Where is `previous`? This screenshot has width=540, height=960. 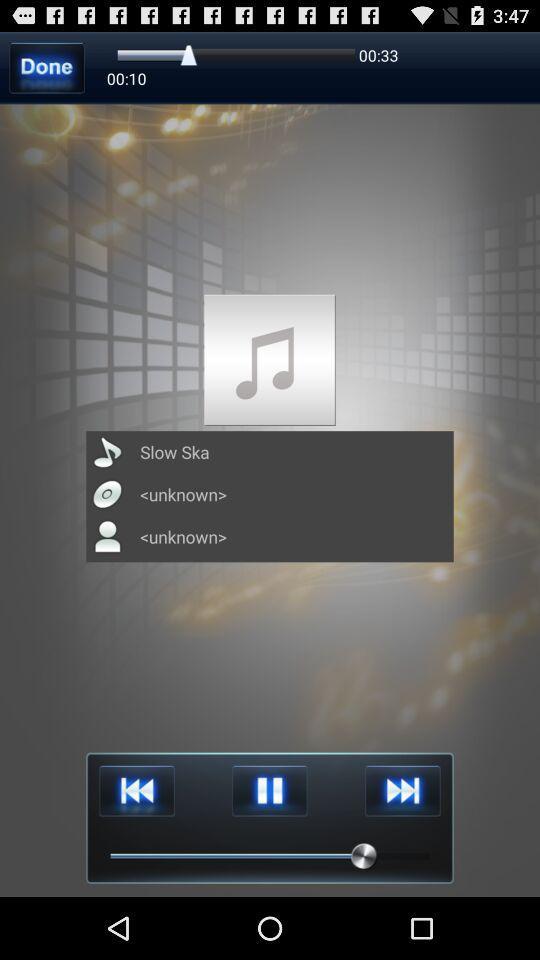 previous is located at coordinates (136, 791).